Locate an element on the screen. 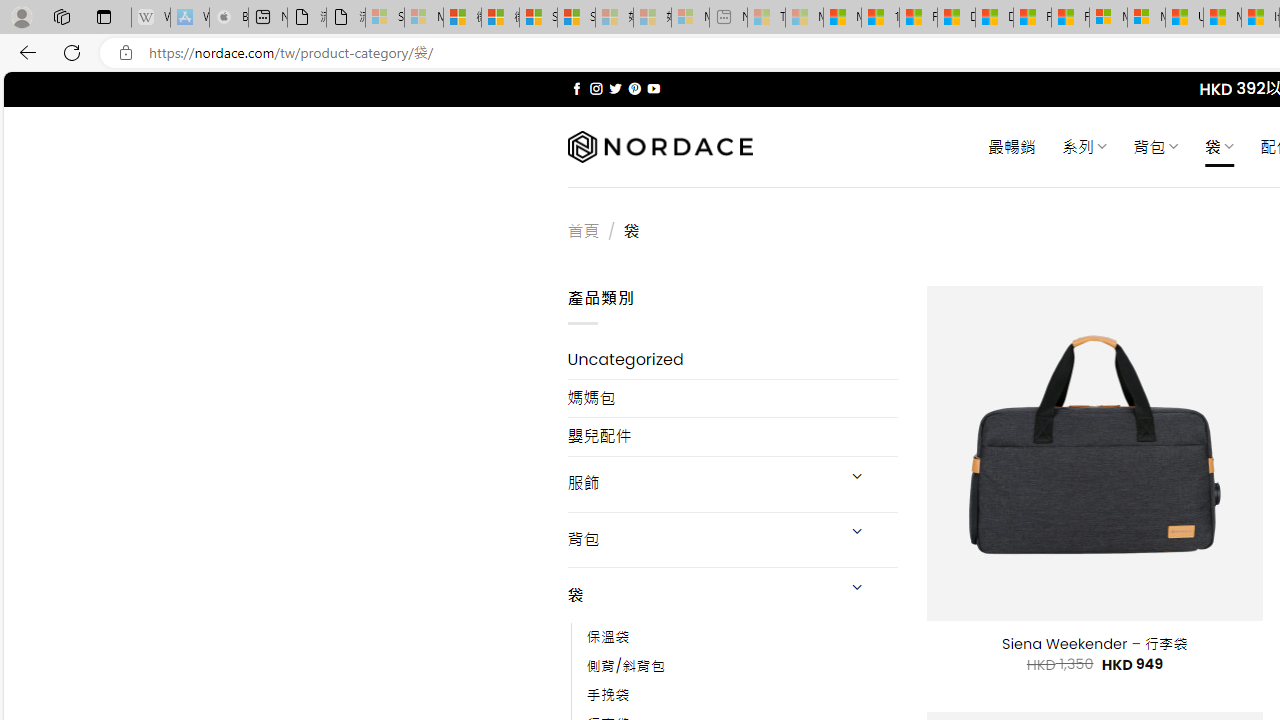  'Microsoft Services Agreement - Sleeping' is located at coordinates (422, 17).